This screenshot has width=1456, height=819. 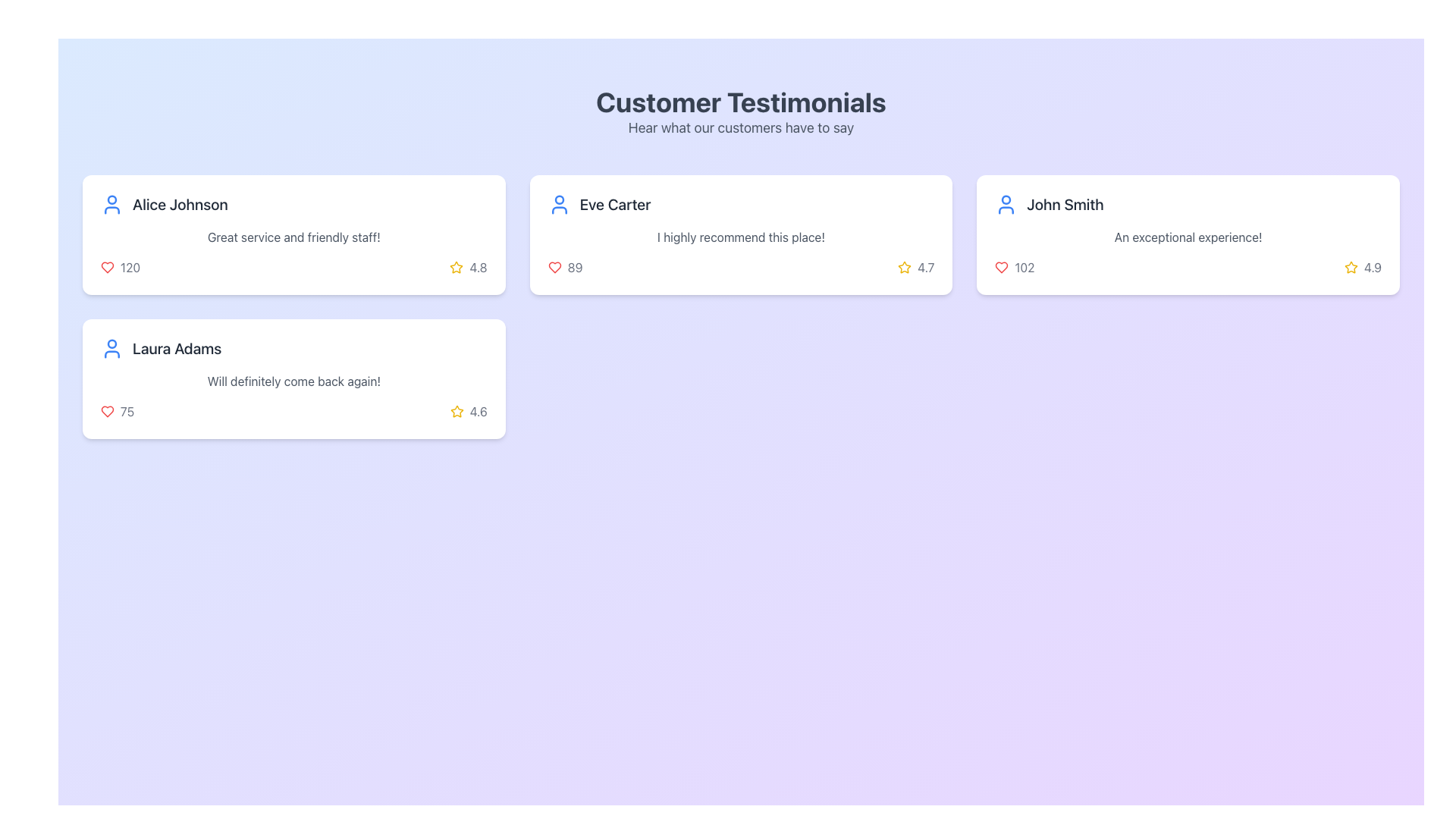 I want to click on the heart-shaped icon representing the 'like' or 'favorite' action located adjacent to the numeric value '89' in Eve Carter's testimonial card, so click(x=554, y=267).